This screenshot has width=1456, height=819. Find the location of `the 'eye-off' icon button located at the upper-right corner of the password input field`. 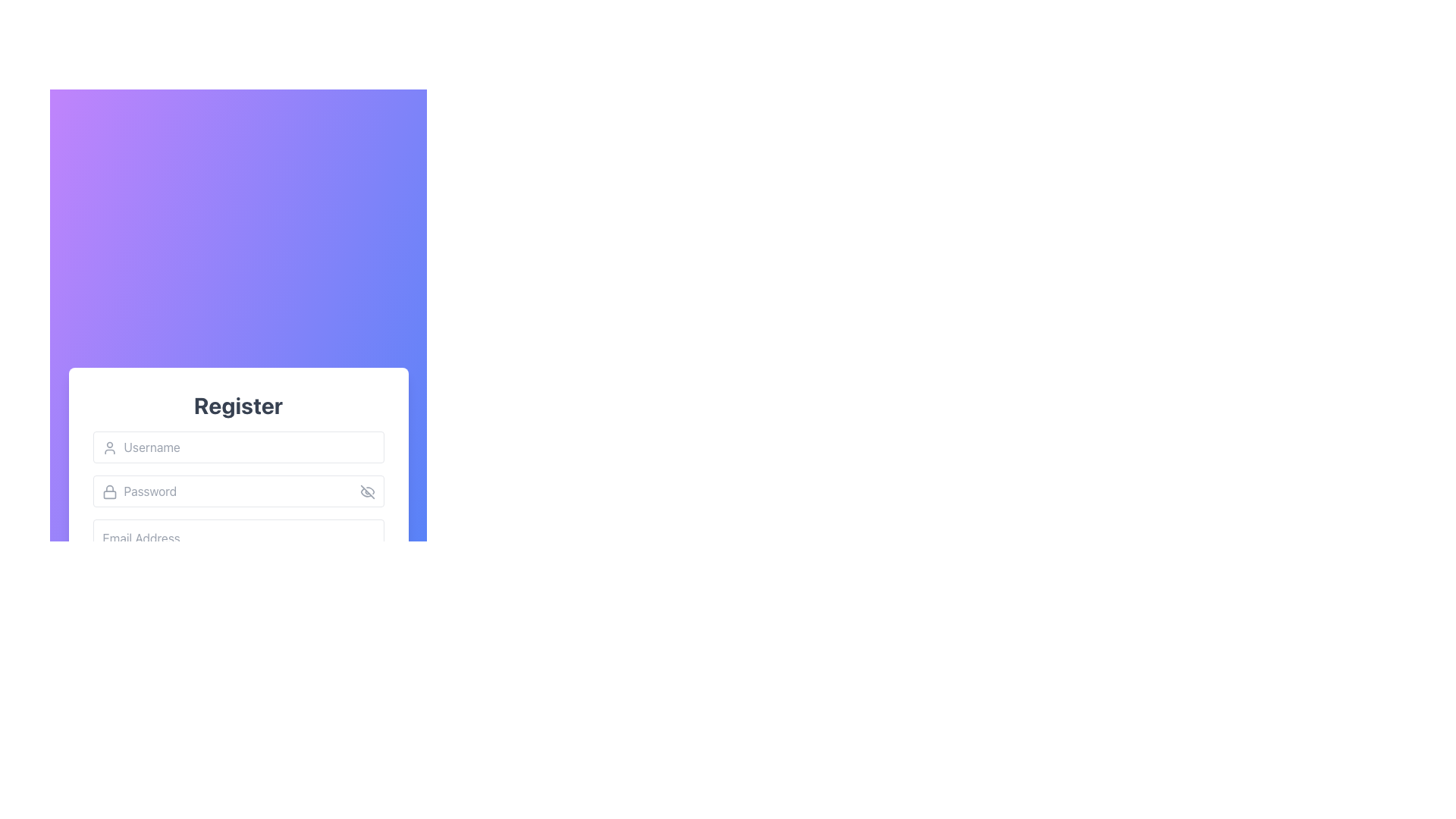

the 'eye-off' icon button located at the upper-right corner of the password input field is located at coordinates (367, 491).